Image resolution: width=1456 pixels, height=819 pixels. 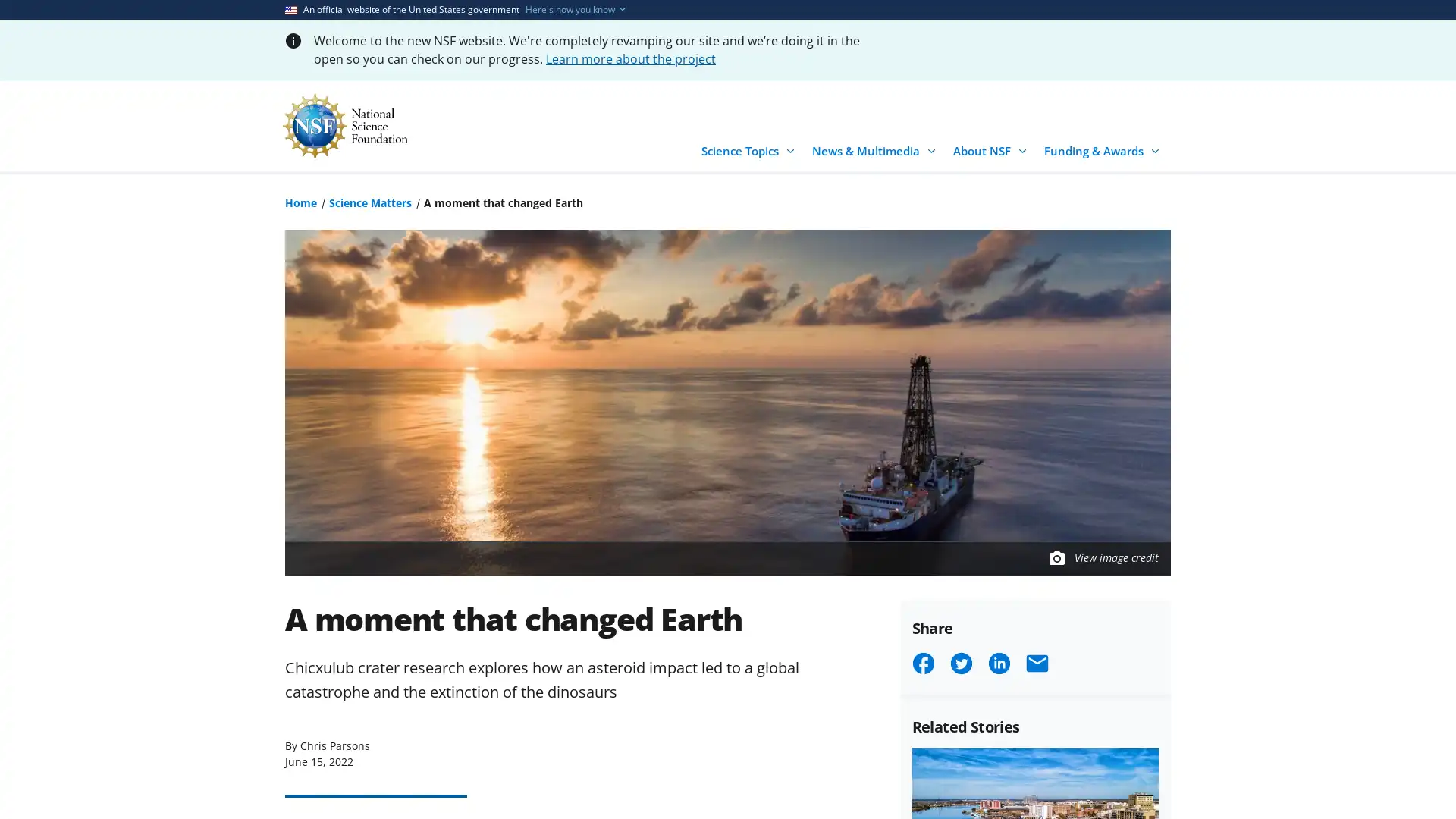 I want to click on Science Topics, so click(x=750, y=146).